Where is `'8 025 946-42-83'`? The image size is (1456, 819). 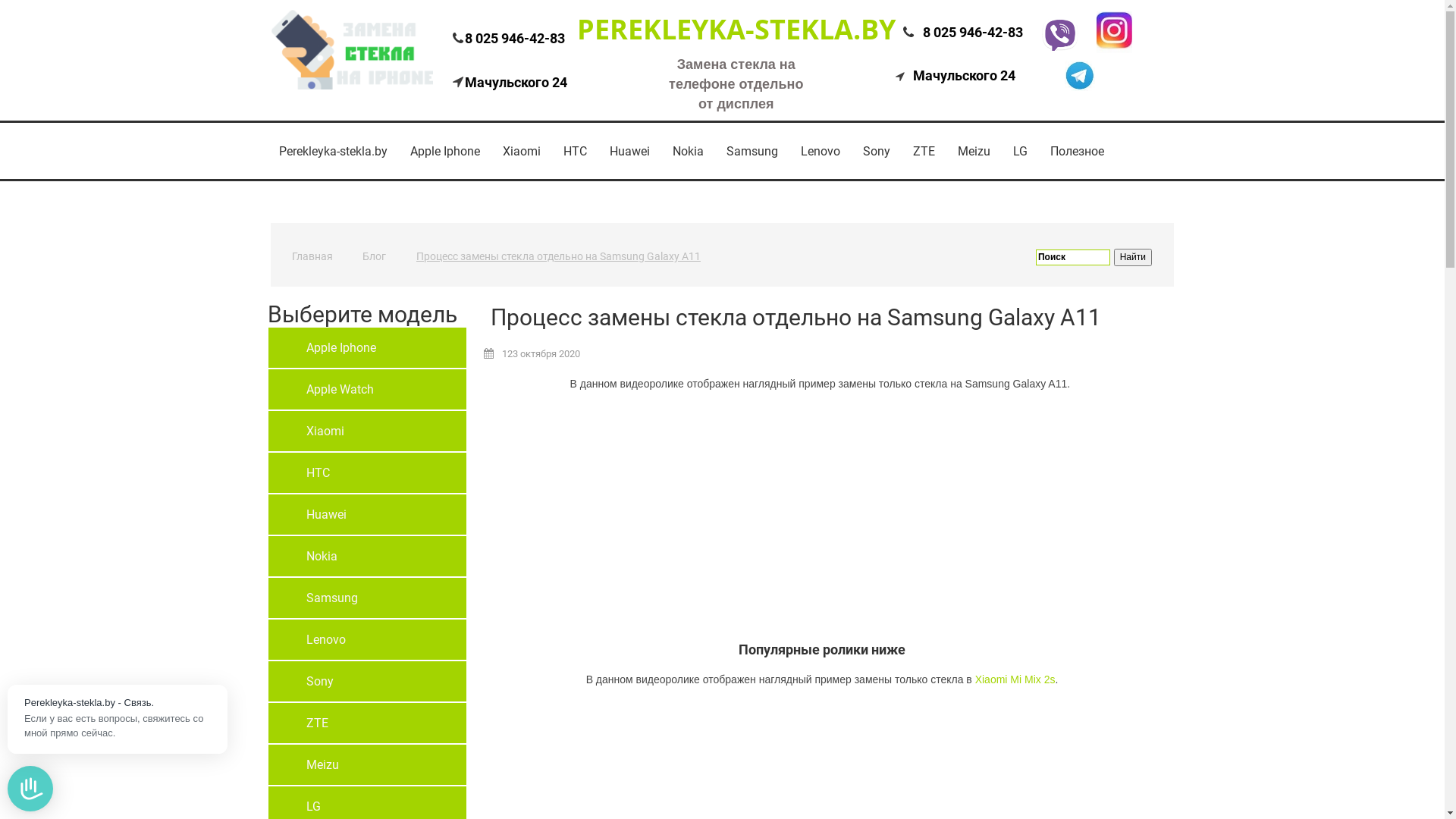
'8 025 946-42-83' is located at coordinates (513, 37).